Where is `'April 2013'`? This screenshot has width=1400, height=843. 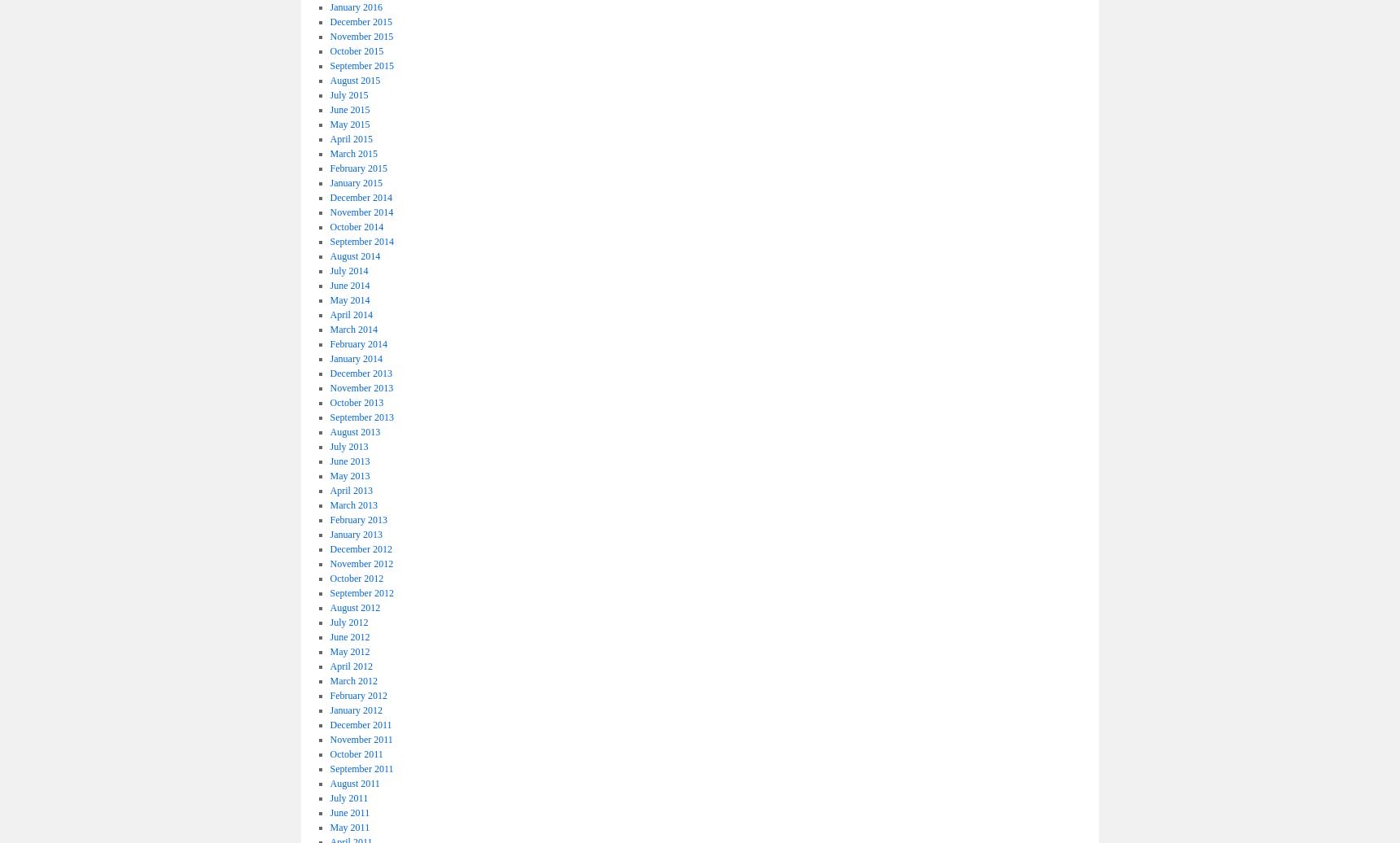 'April 2013' is located at coordinates (350, 490).